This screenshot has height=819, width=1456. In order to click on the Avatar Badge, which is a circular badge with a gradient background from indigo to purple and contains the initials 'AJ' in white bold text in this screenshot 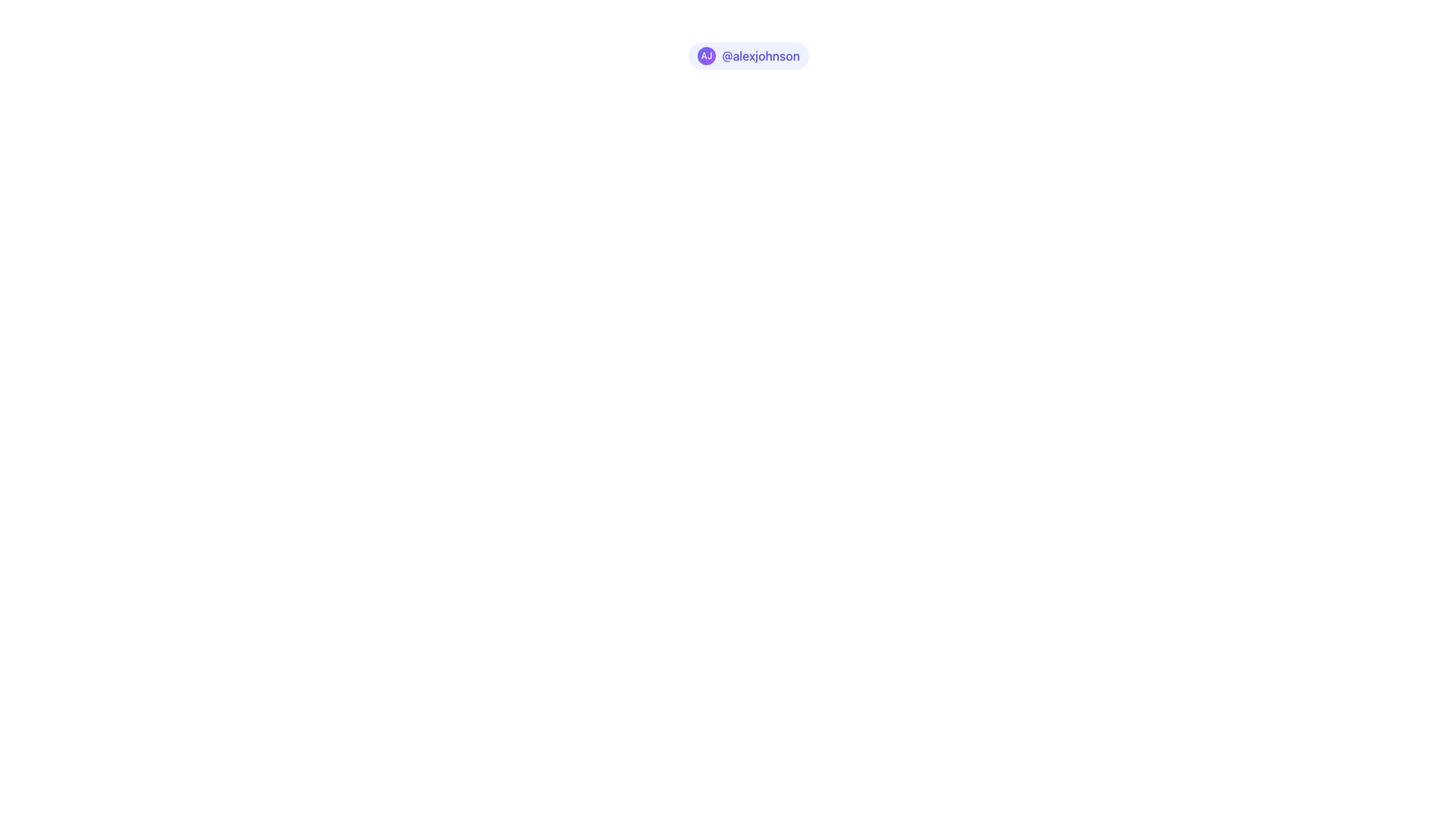, I will do `click(706, 55)`.